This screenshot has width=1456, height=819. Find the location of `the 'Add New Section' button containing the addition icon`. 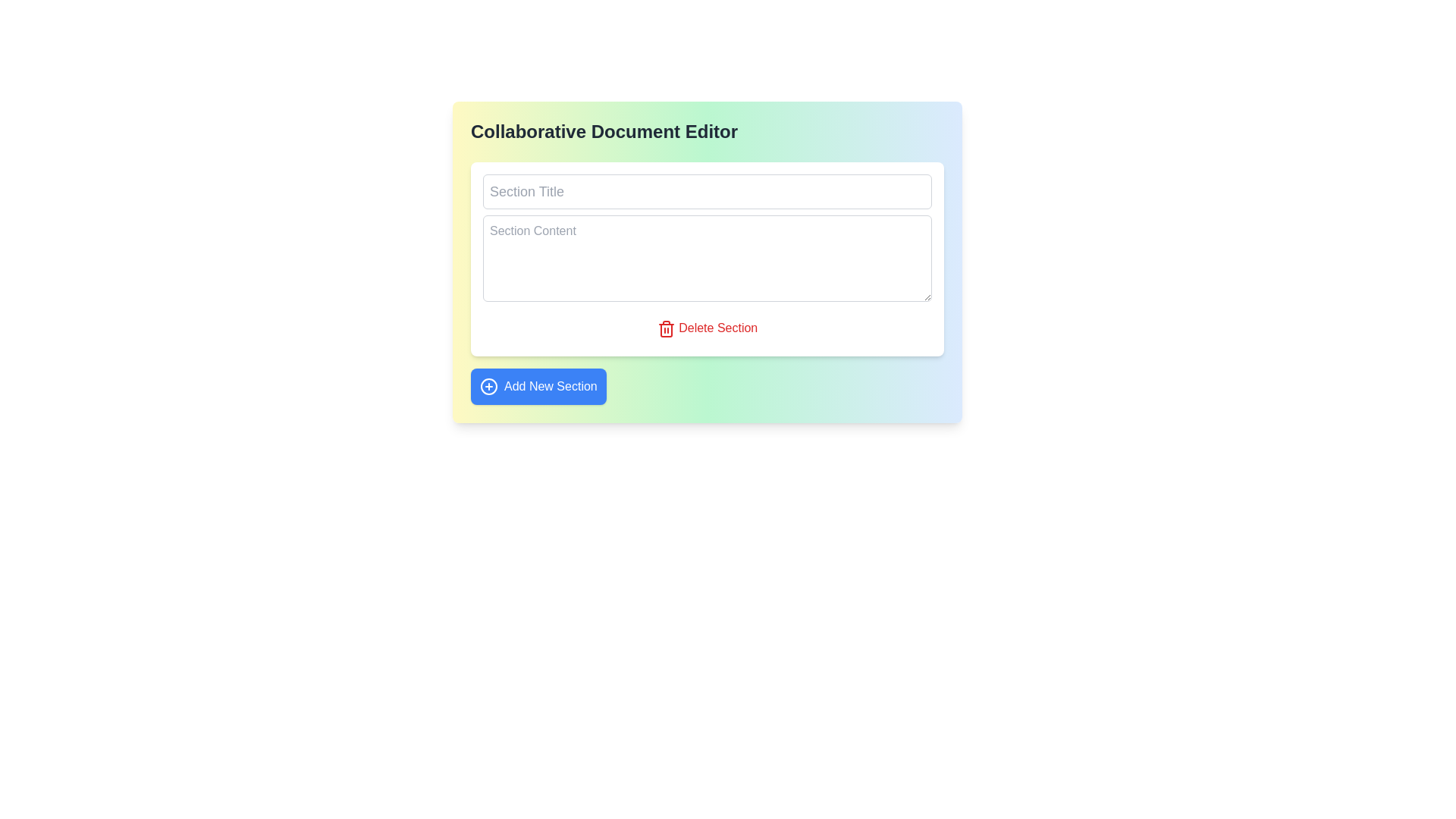

the 'Add New Section' button containing the addition icon is located at coordinates (488, 385).